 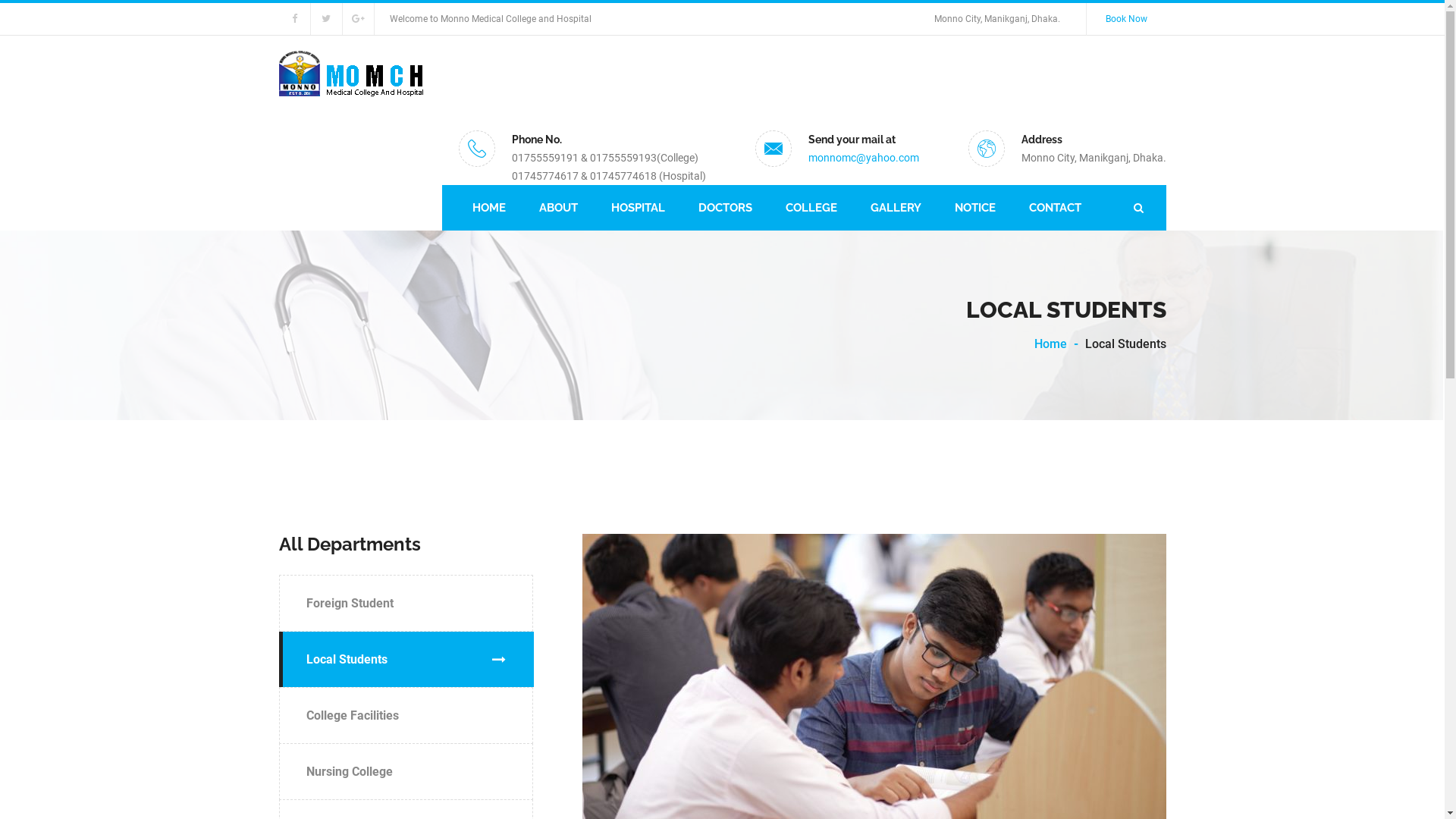 What do you see at coordinates (406, 658) in the screenshot?
I see `'Local Students'` at bounding box center [406, 658].